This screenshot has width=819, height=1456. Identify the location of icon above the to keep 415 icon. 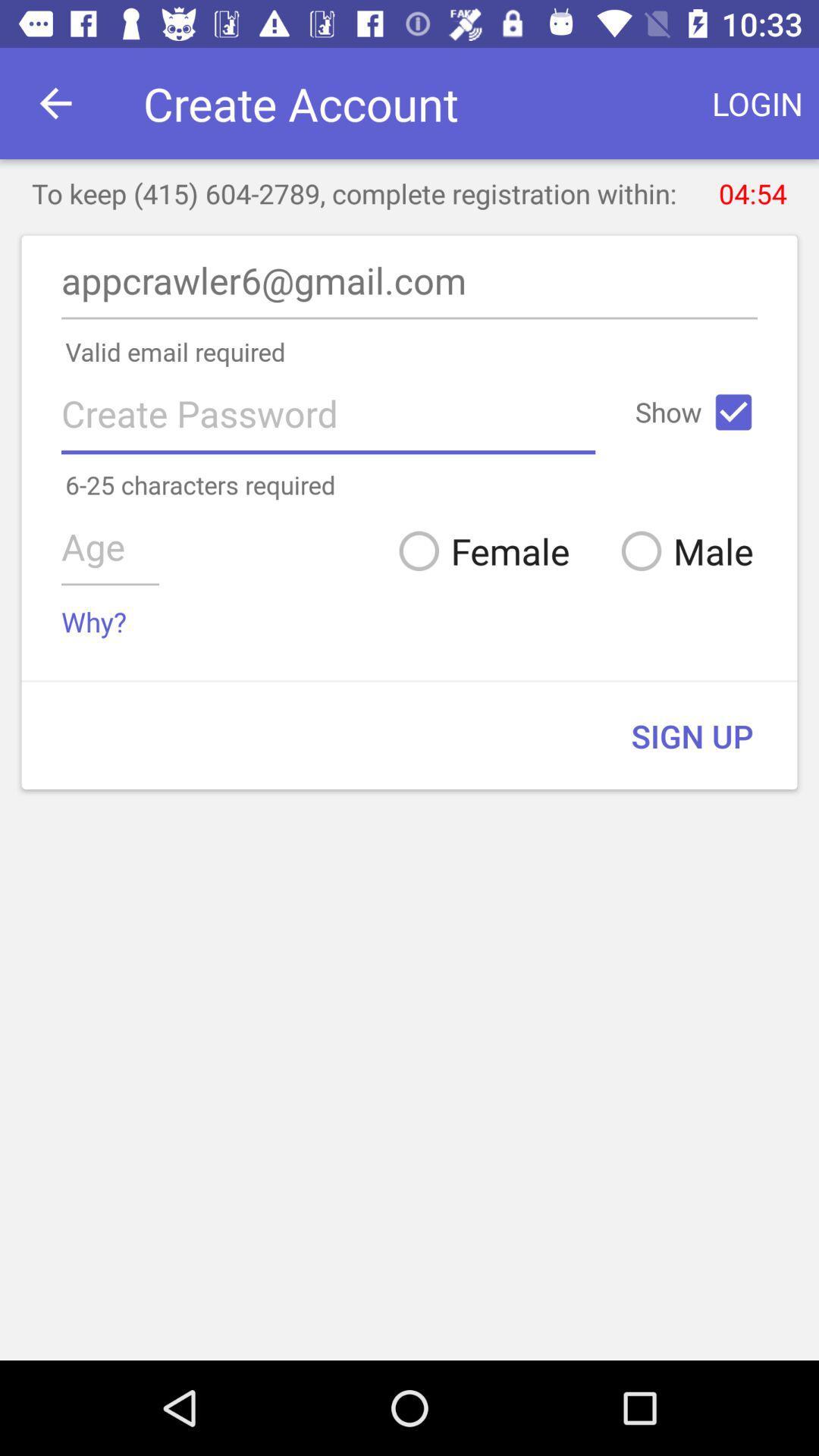
(55, 102).